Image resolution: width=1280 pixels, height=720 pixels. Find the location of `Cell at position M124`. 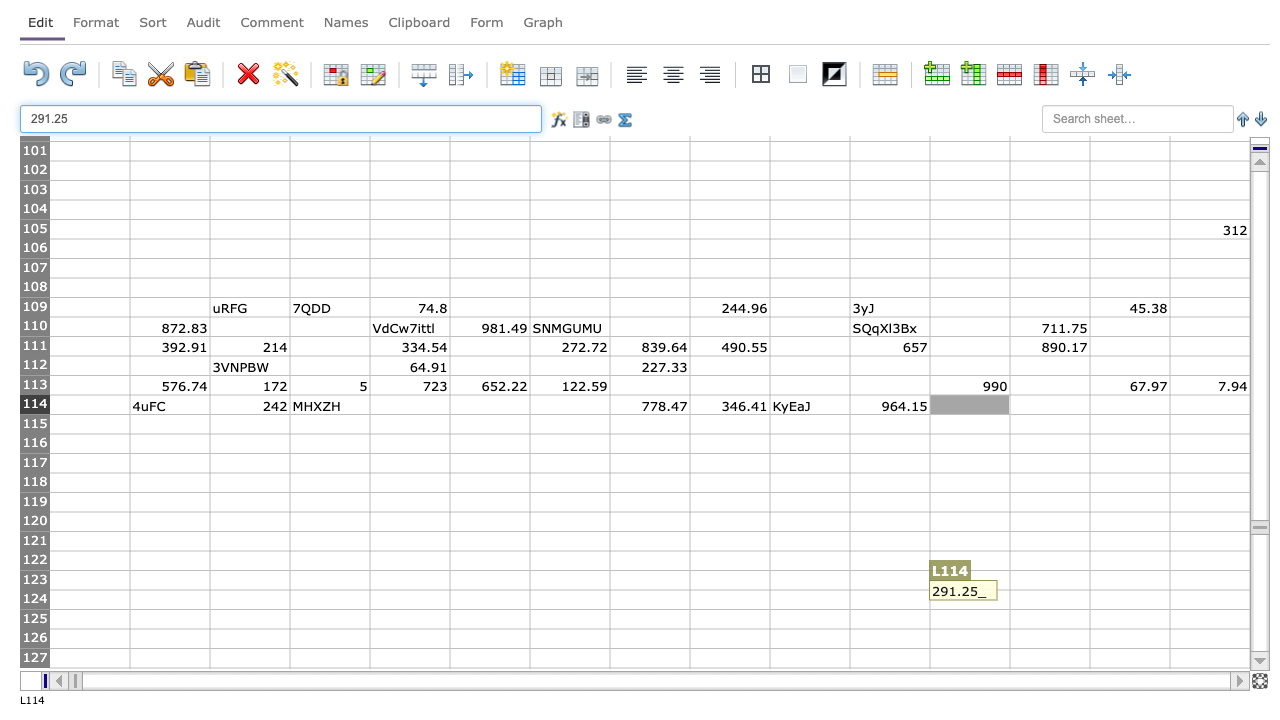

Cell at position M124 is located at coordinates (1048, 598).